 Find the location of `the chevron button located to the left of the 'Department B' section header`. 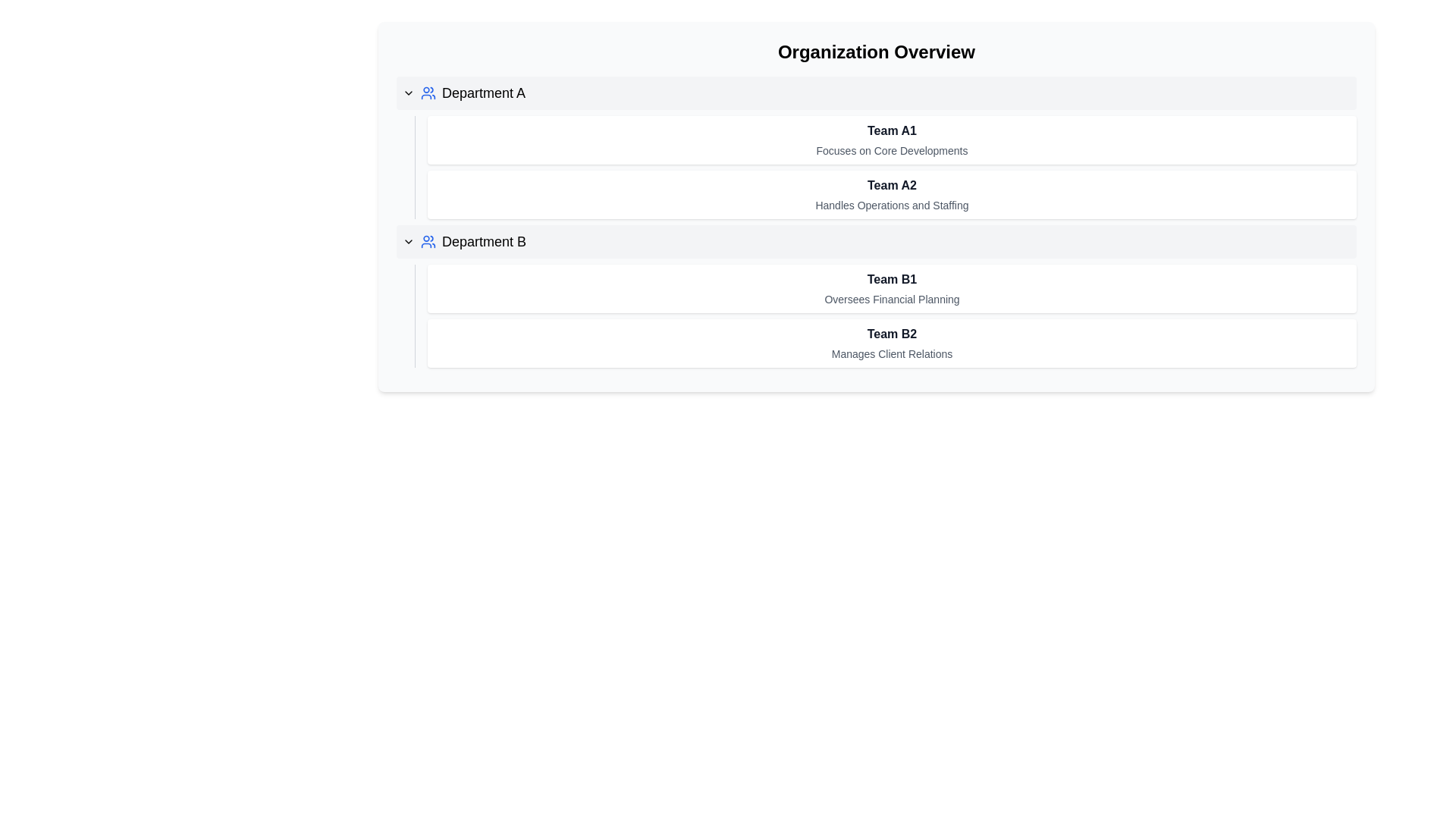

the chevron button located to the left of the 'Department B' section header is located at coordinates (408, 241).